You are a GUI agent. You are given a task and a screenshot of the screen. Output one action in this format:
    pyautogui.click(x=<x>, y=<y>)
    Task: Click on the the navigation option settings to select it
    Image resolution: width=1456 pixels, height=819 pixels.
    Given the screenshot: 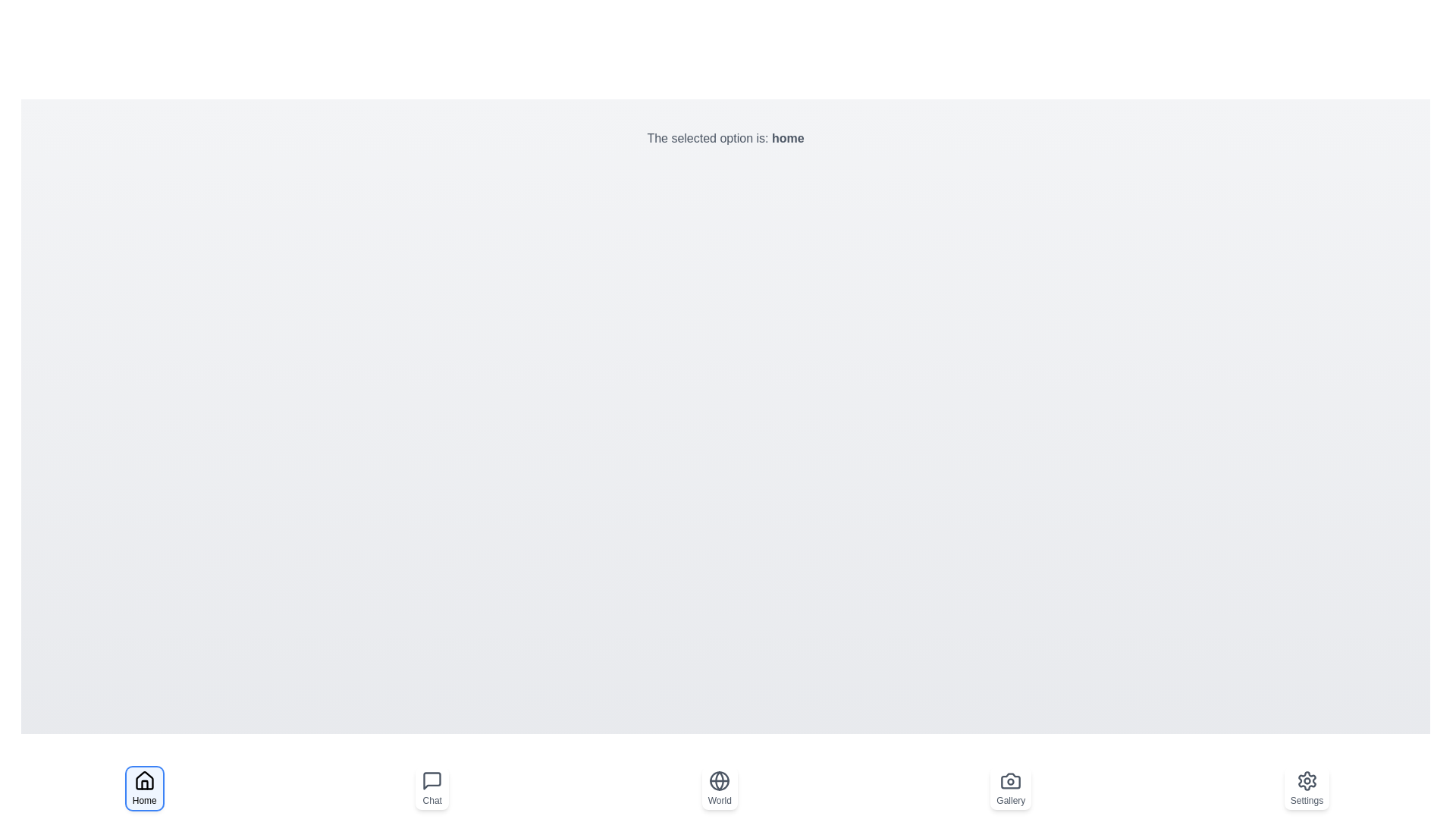 What is the action you would take?
    pyautogui.click(x=1306, y=788)
    